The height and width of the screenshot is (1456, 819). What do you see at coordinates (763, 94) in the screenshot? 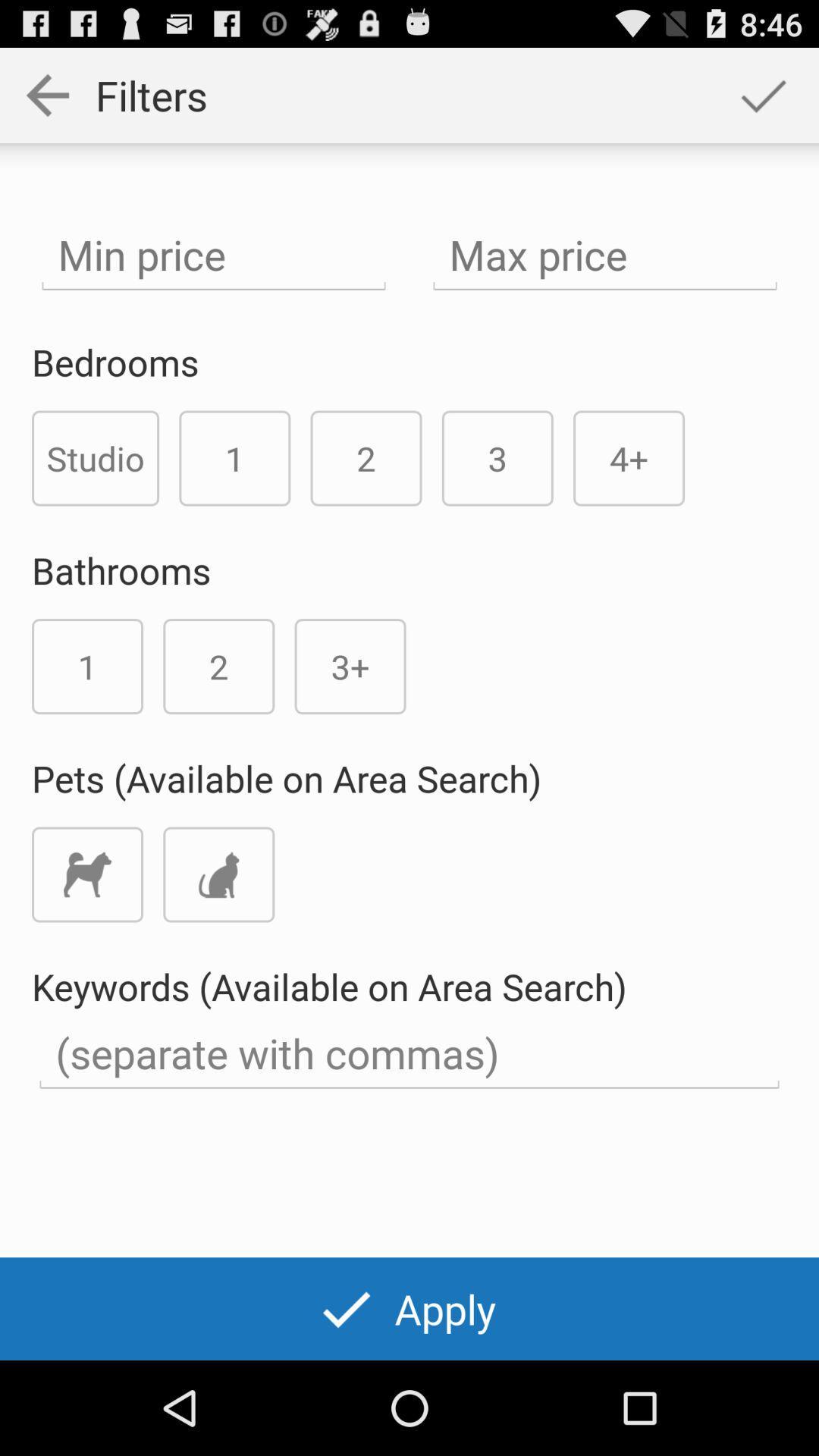
I see `the item next to filters icon` at bounding box center [763, 94].